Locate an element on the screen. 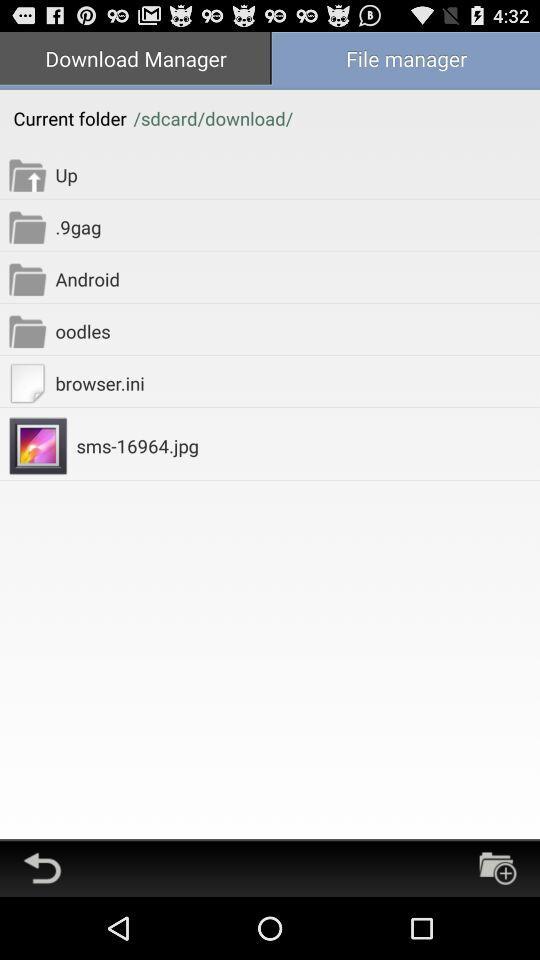 This screenshot has width=540, height=960. the .9gag app is located at coordinates (296, 226).